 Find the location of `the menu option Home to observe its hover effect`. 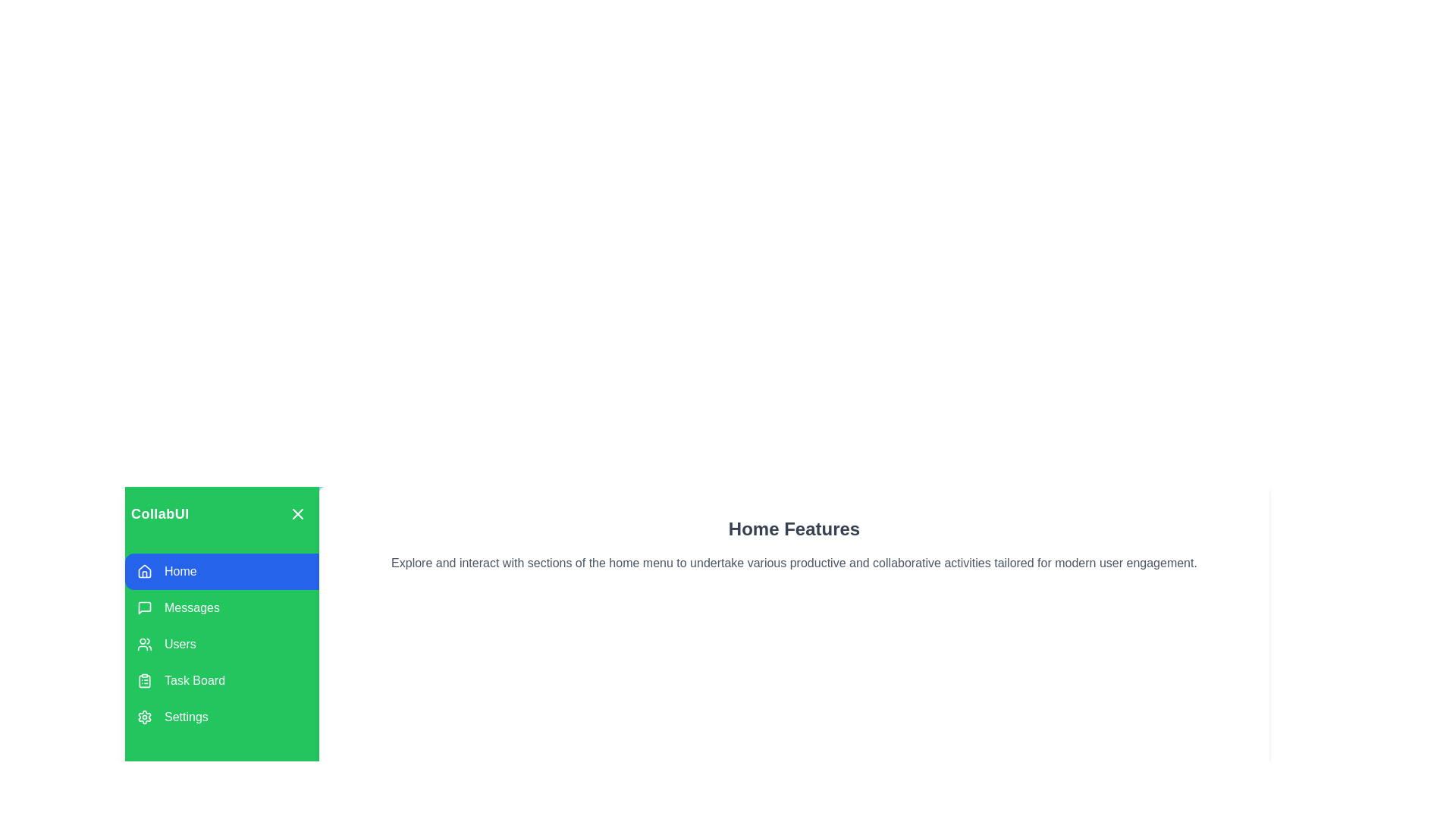

the menu option Home to observe its hover effect is located at coordinates (221, 571).